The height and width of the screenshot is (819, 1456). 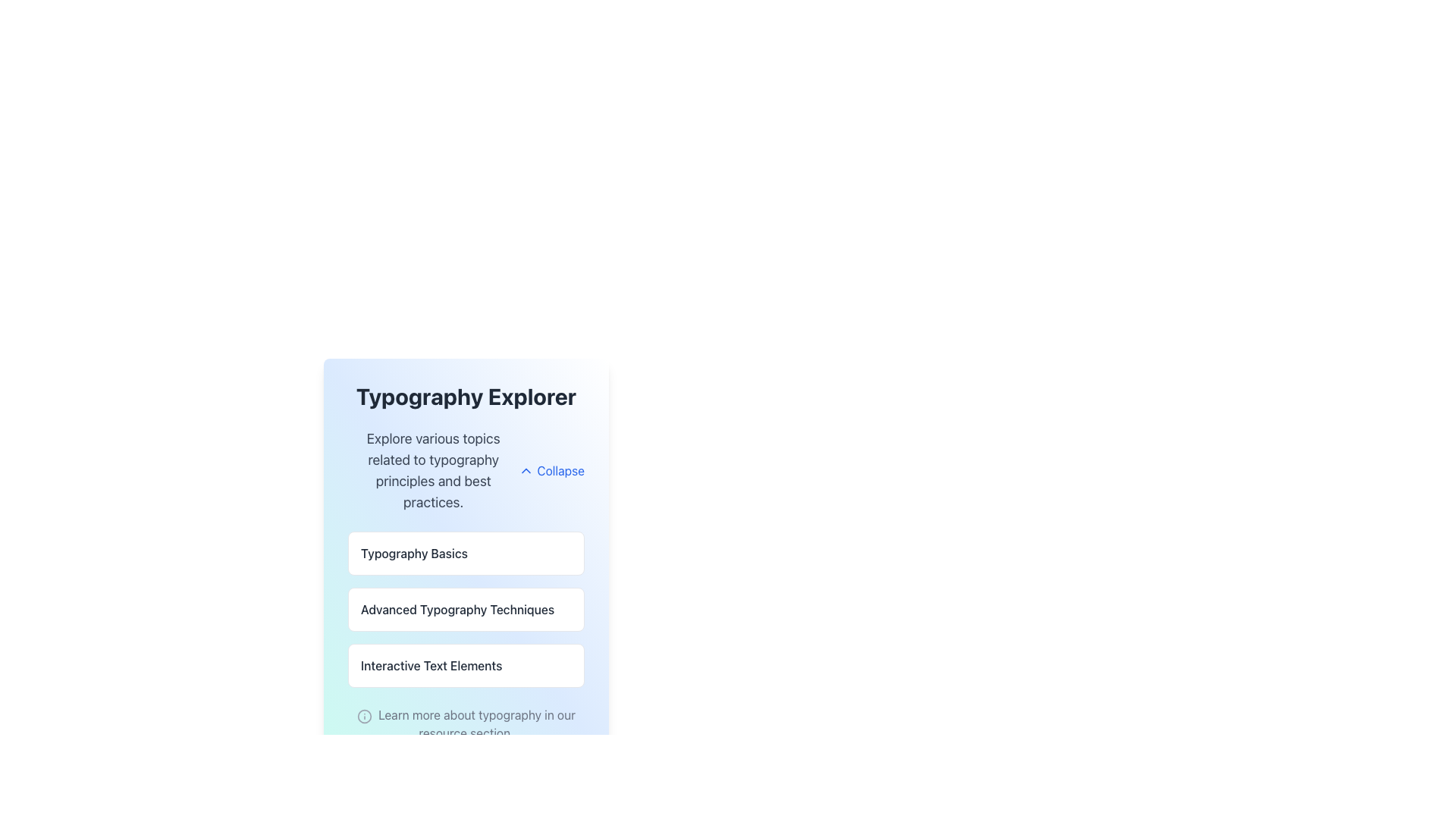 What do you see at coordinates (465, 665) in the screenshot?
I see `the 'Interactive Text Elements' text label` at bounding box center [465, 665].